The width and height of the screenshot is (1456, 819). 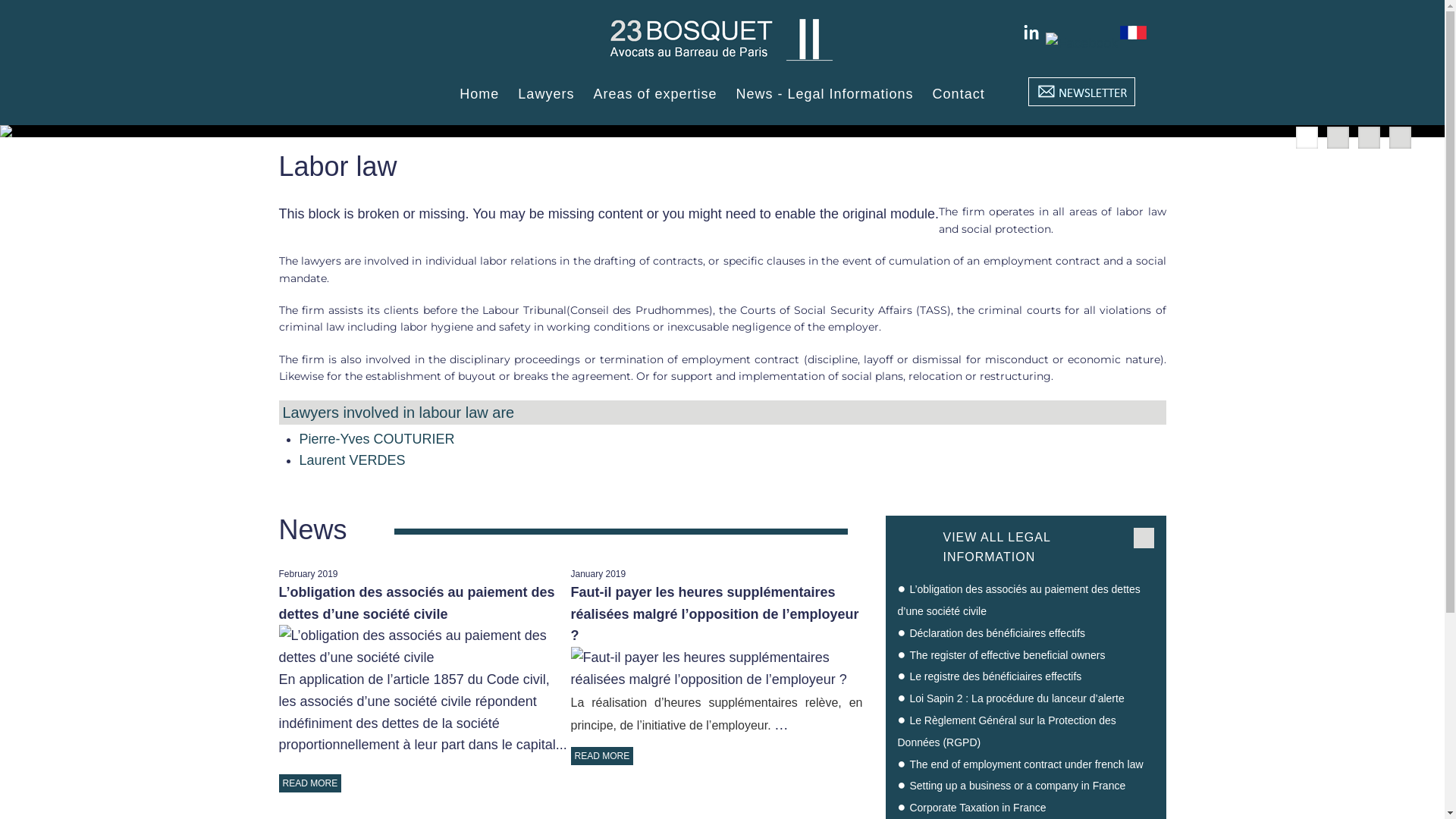 I want to click on 'Contact', so click(x=924, y=94).